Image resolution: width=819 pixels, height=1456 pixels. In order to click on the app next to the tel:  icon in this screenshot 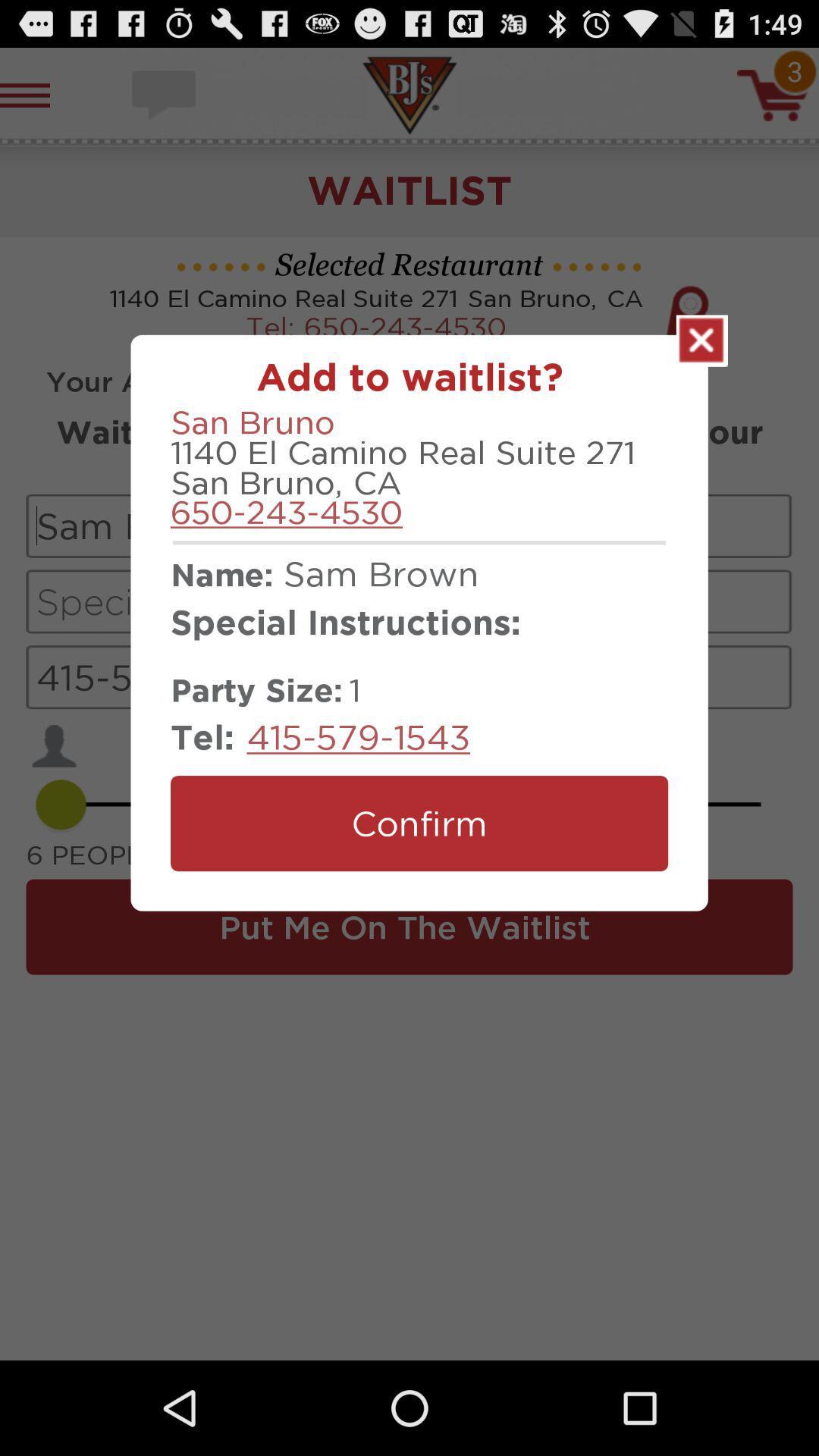, I will do `click(358, 736)`.